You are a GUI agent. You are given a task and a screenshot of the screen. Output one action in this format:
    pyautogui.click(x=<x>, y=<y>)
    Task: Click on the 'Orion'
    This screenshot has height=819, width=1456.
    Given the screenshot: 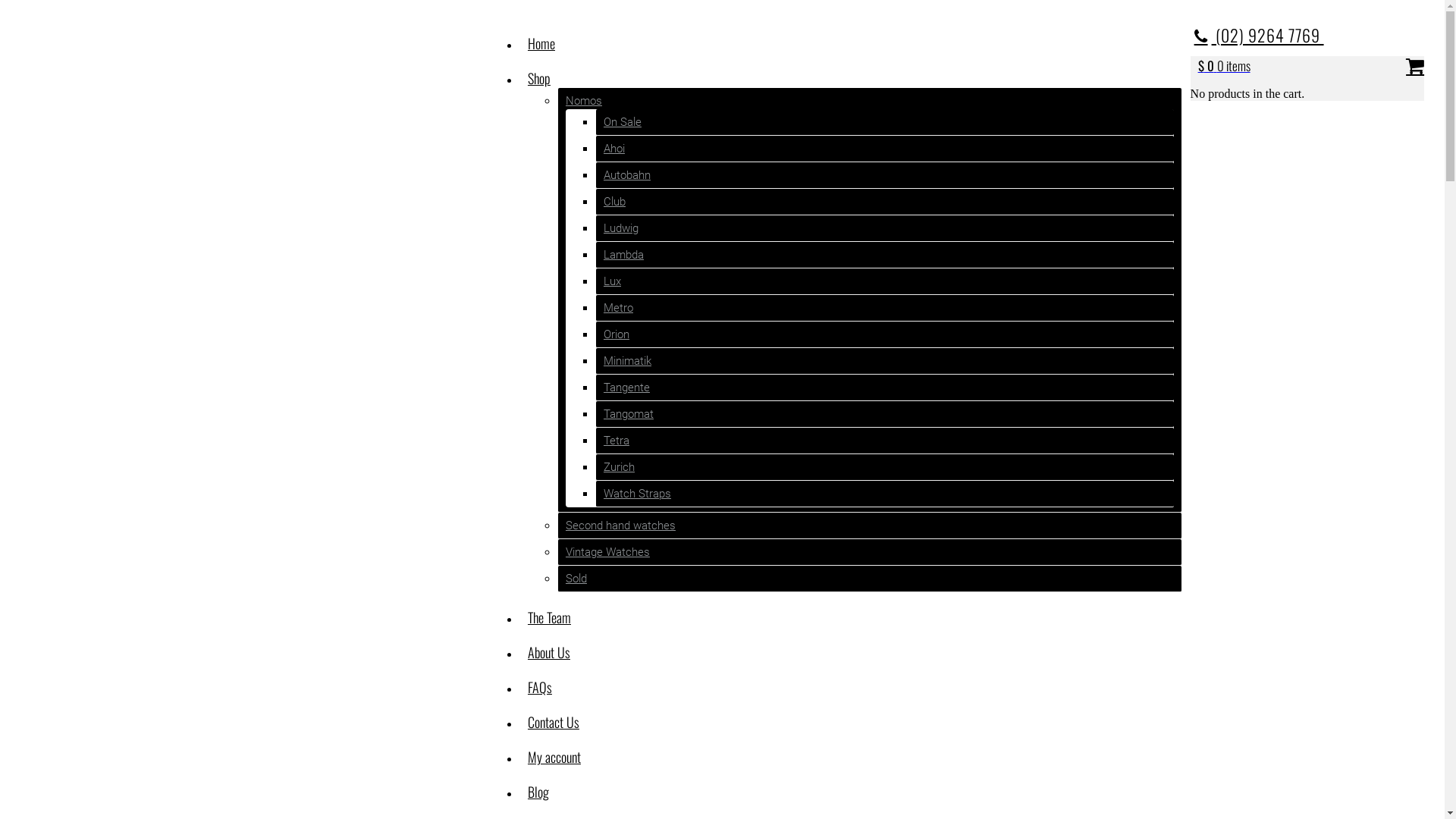 What is the action you would take?
    pyautogui.click(x=603, y=333)
    